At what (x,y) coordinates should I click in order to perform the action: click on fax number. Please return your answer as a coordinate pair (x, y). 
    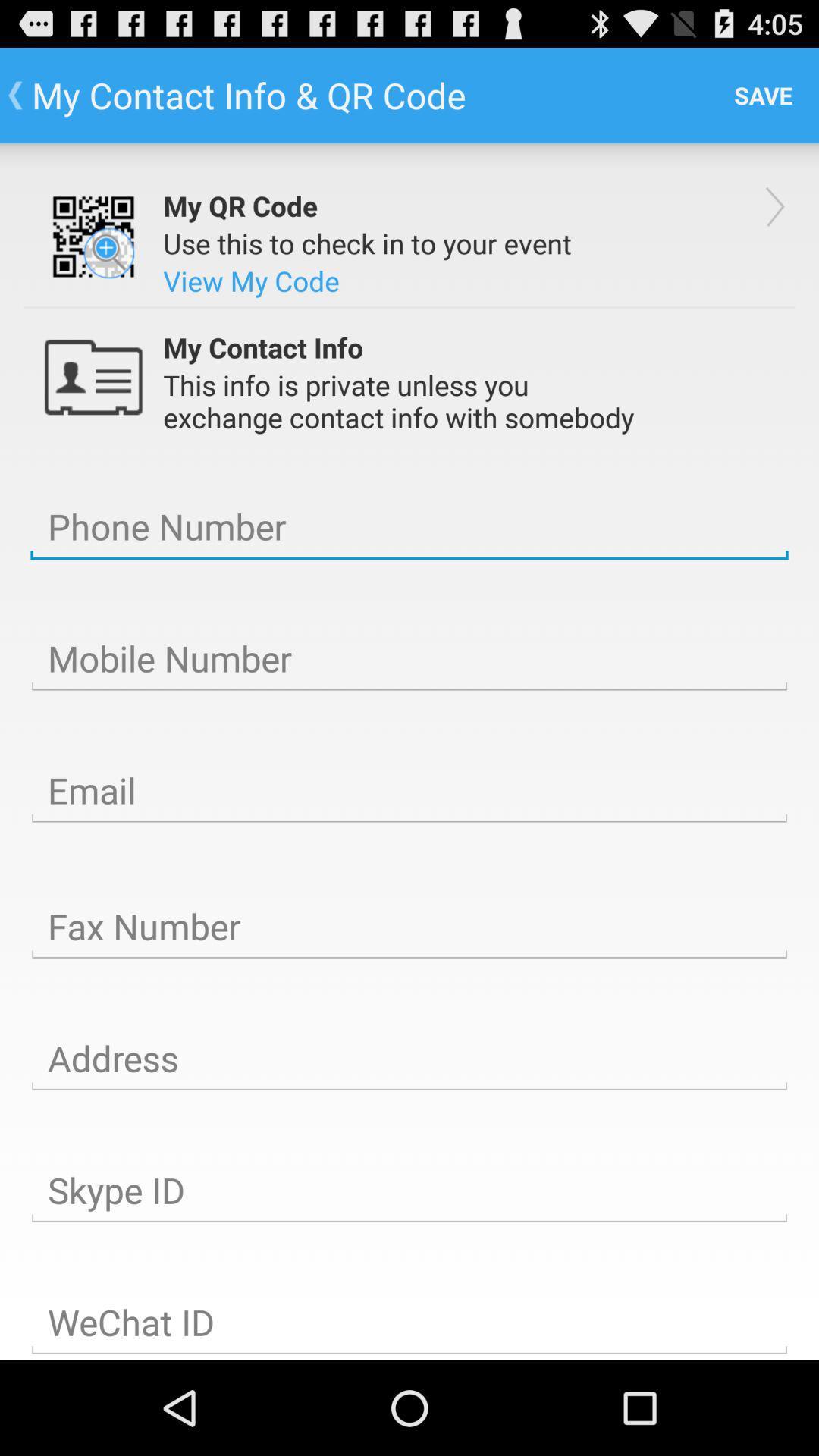
    Looking at the image, I should click on (409, 926).